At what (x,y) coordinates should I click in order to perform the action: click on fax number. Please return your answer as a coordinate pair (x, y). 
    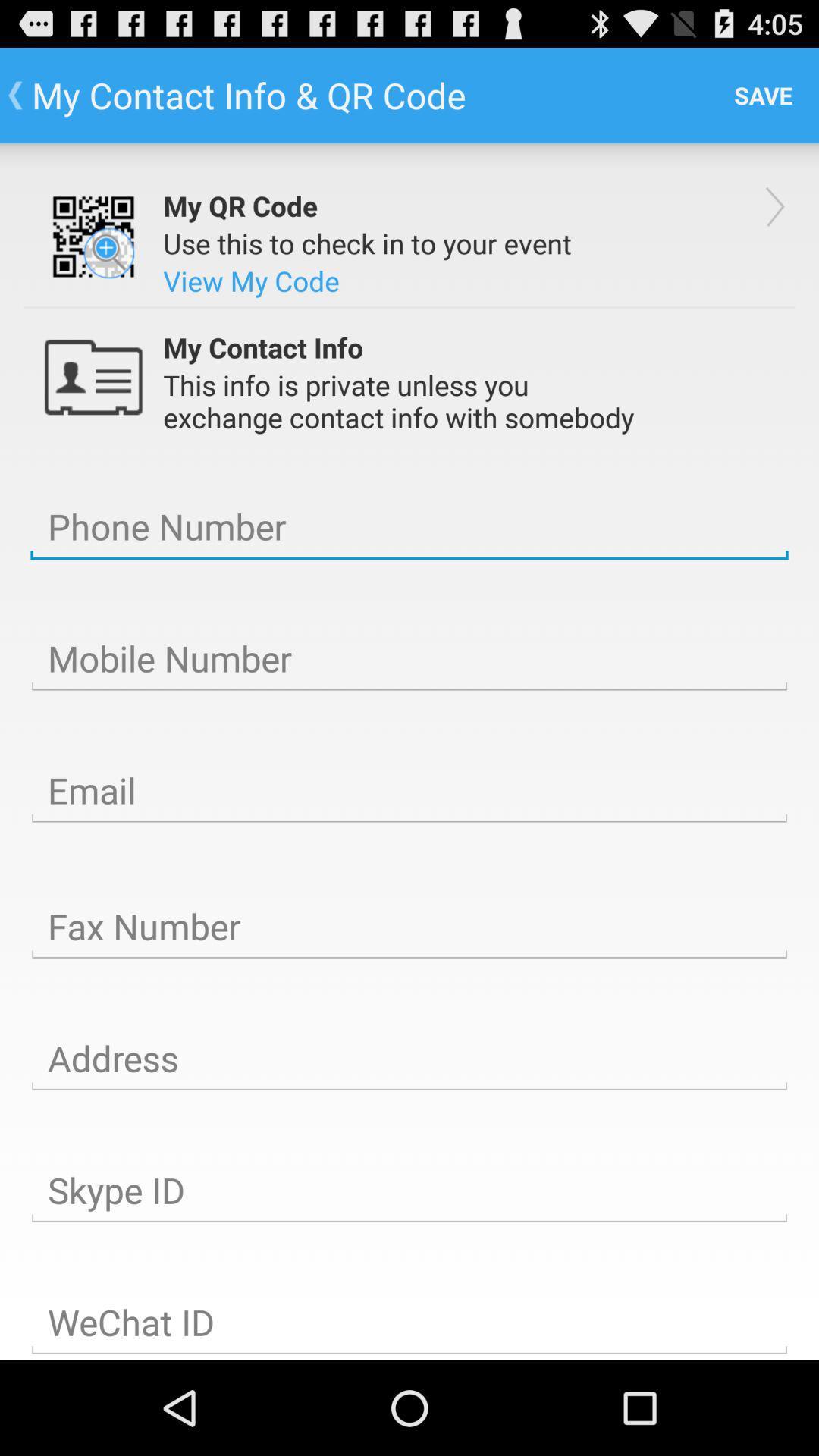
    Looking at the image, I should click on (409, 926).